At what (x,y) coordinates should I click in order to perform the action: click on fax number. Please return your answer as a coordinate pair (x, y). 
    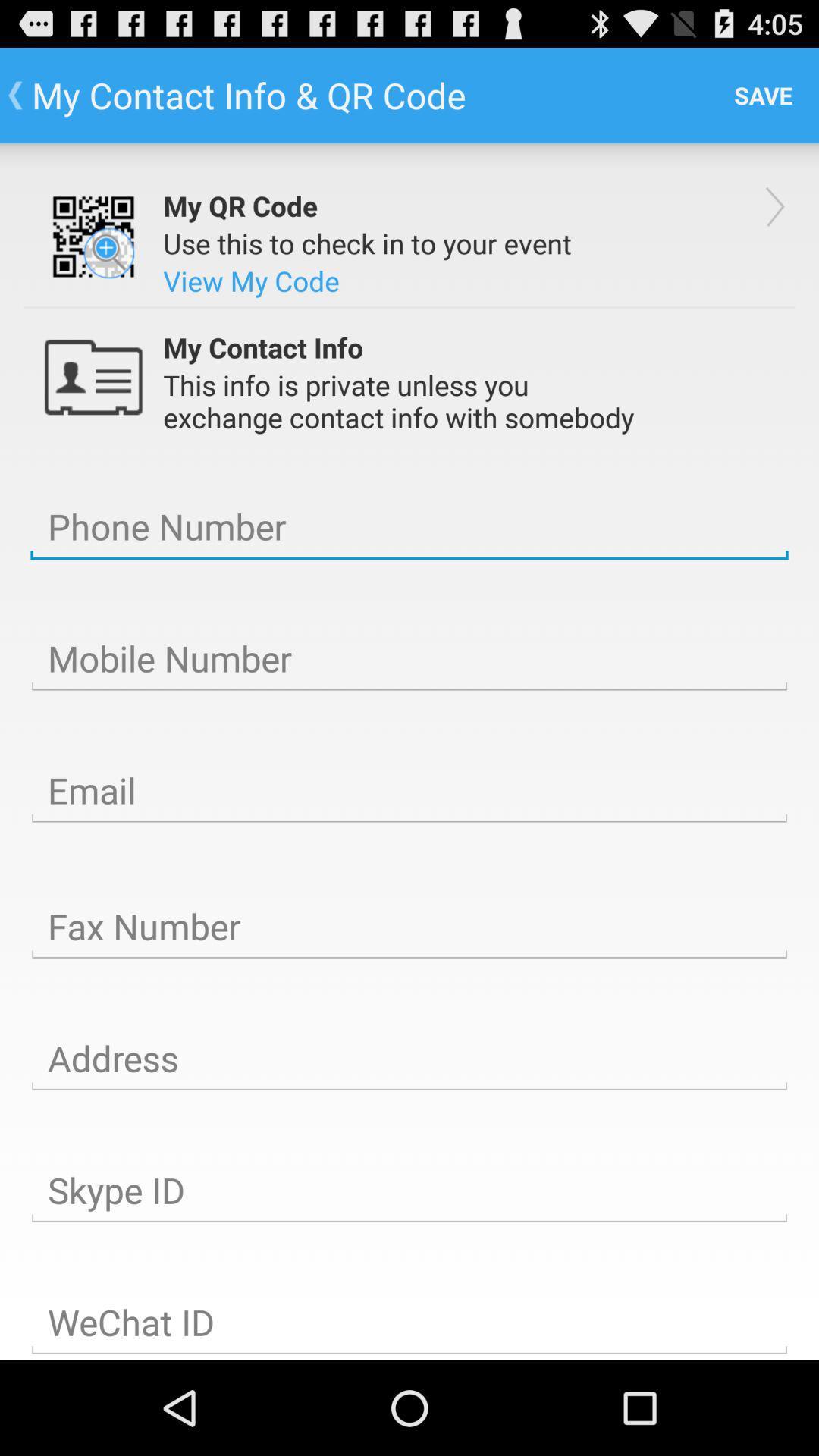
    Looking at the image, I should click on (409, 926).